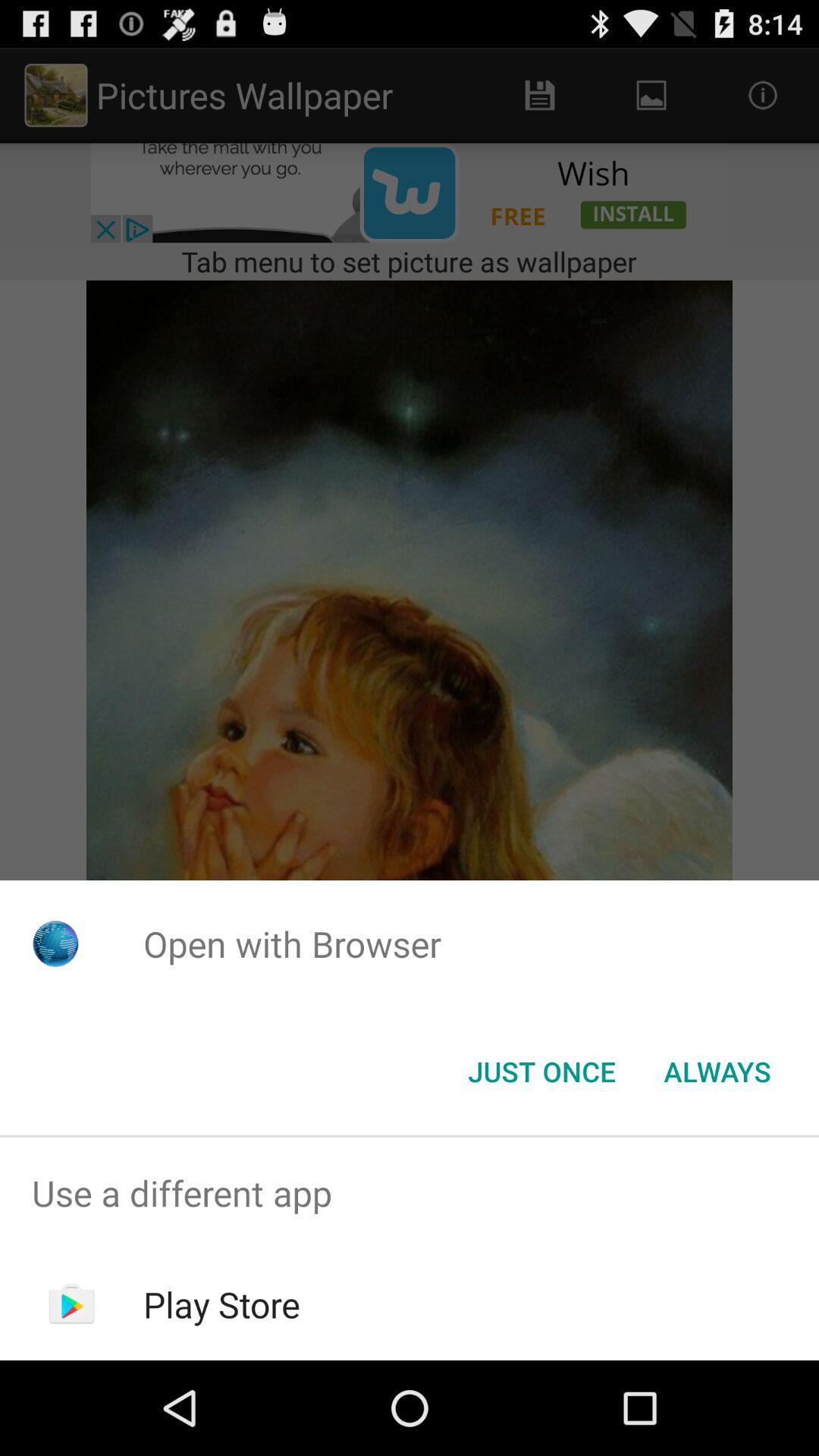 The width and height of the screenshot is (819, 1456). Describe the element at coordinates (717, 1070) in the screenshot. I see `always button` at that location.